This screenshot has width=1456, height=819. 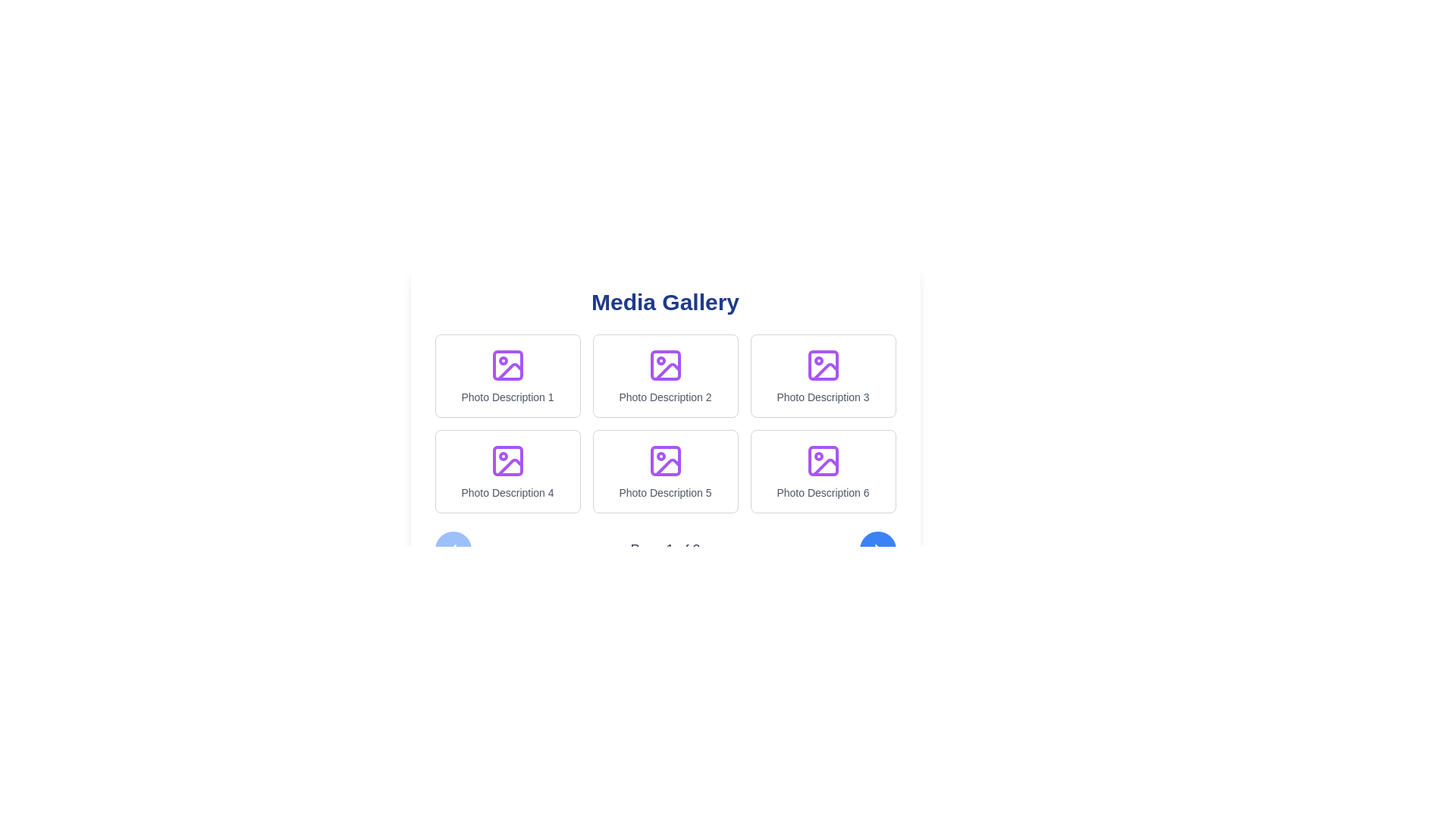 I want to click on the blue circular button with an embedded chevron icon located at the bottom-right corner of the interface, so click(x=877, y=550).